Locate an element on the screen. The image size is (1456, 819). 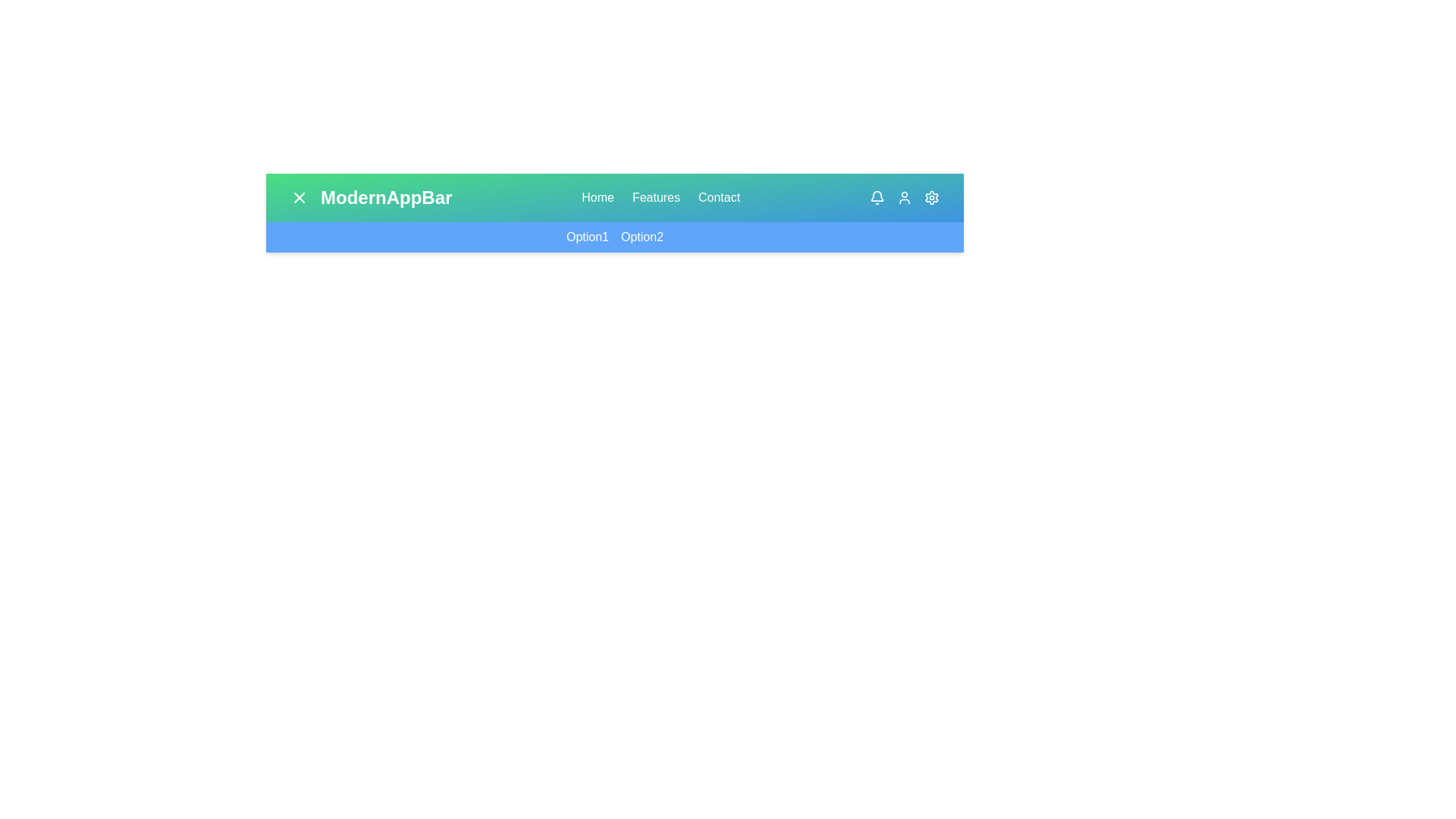
the navigation link Contact is located at coordinates (718, 197).